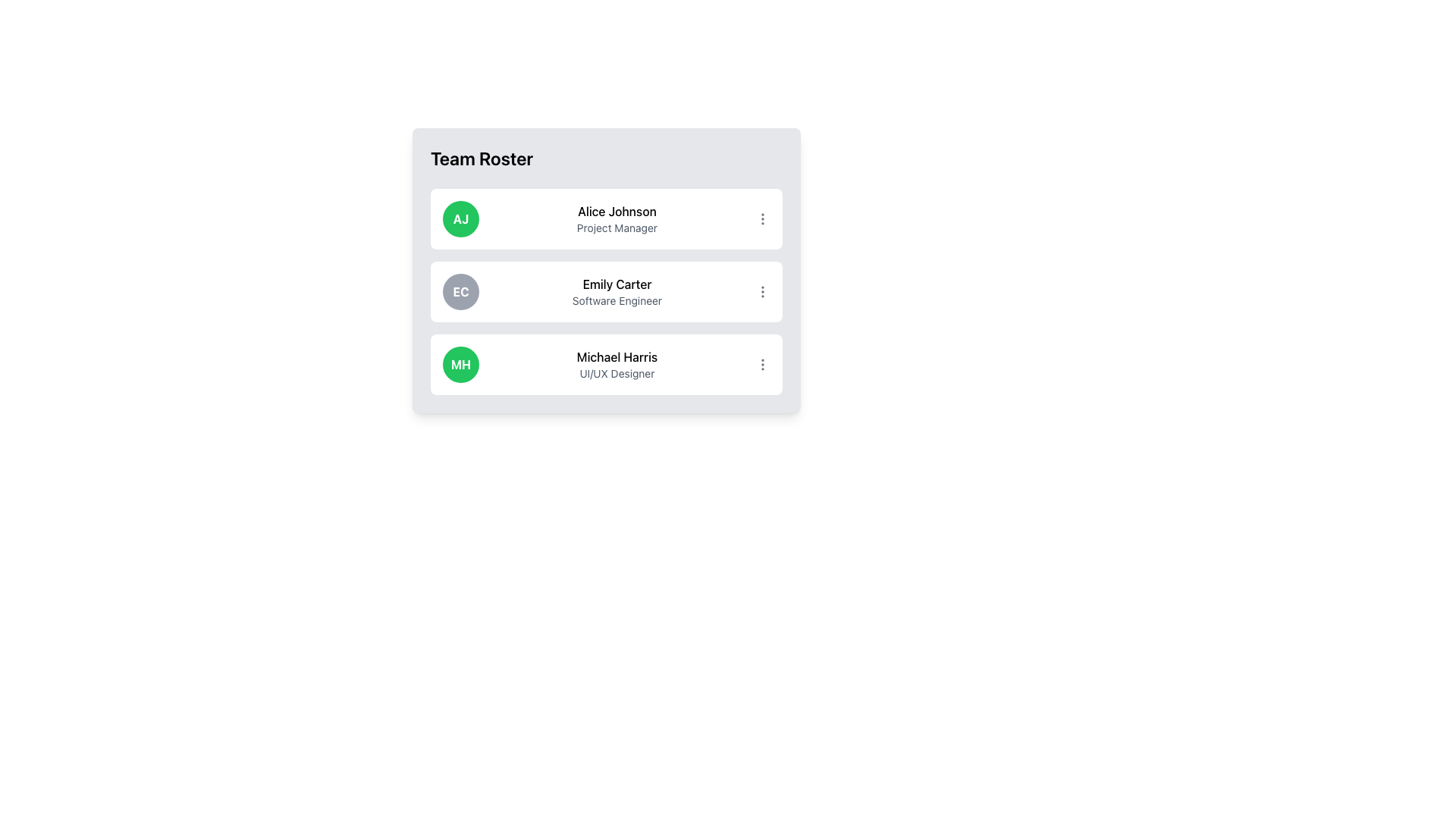  I want to click on the Avatar or User Badge for user 'Michael Harris', which is the leftmost item in the third row of a vertical list of user profiles, so click(460, 365).